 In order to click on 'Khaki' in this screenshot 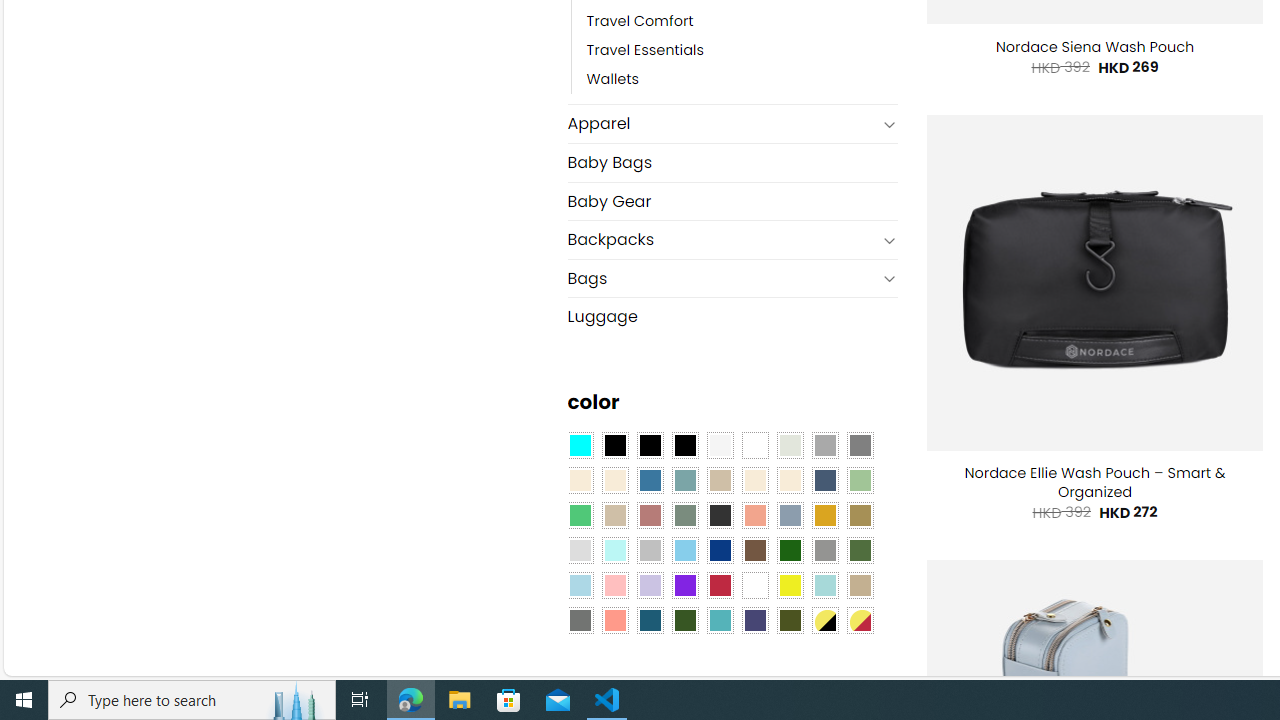, I will do `click(860, 585)`.